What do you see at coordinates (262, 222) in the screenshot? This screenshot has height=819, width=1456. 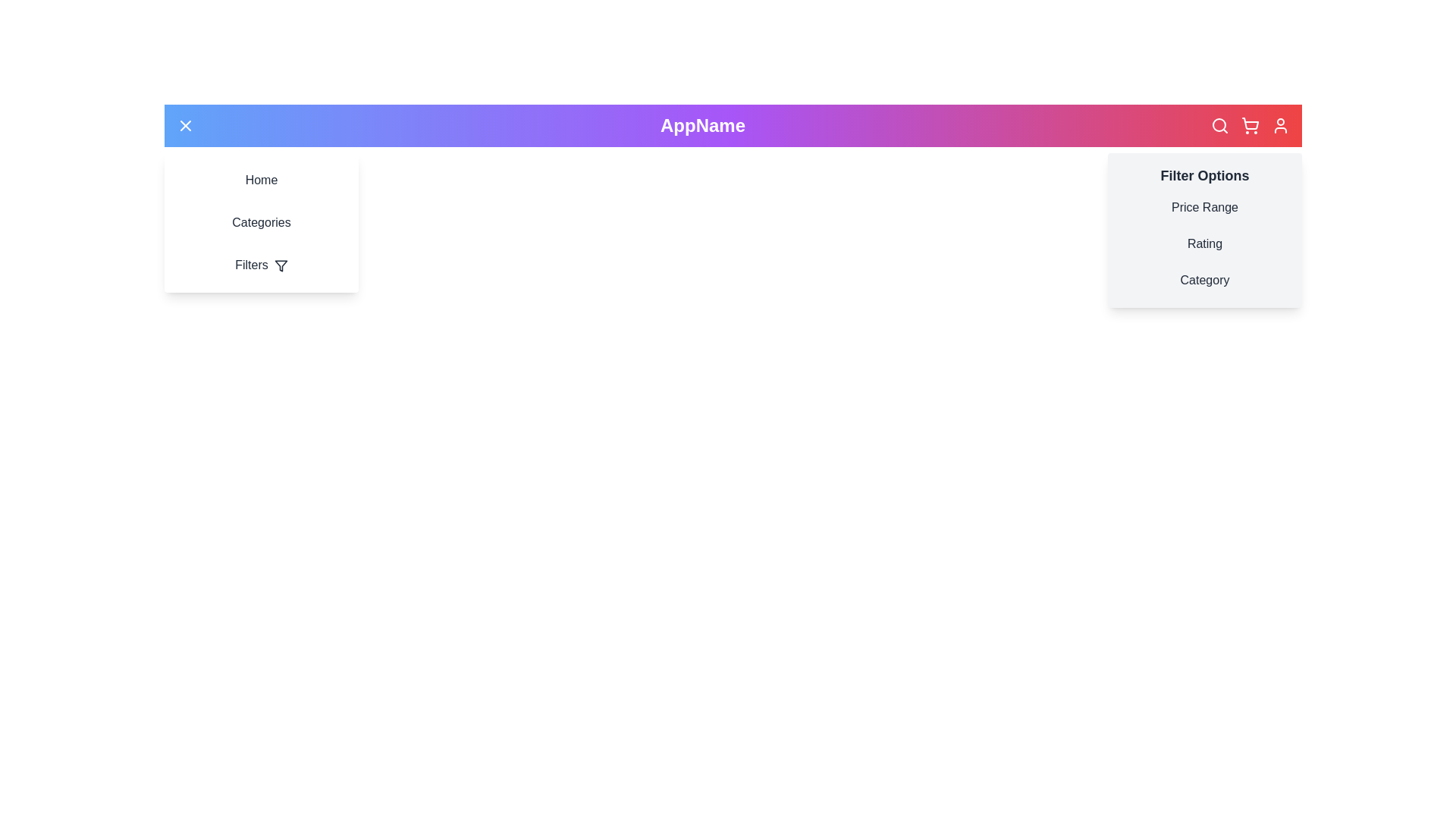 I see `the dropdown menu located on the left side below the top gradient header bar labeled 'AppName'` at bounding box center [262, 222].